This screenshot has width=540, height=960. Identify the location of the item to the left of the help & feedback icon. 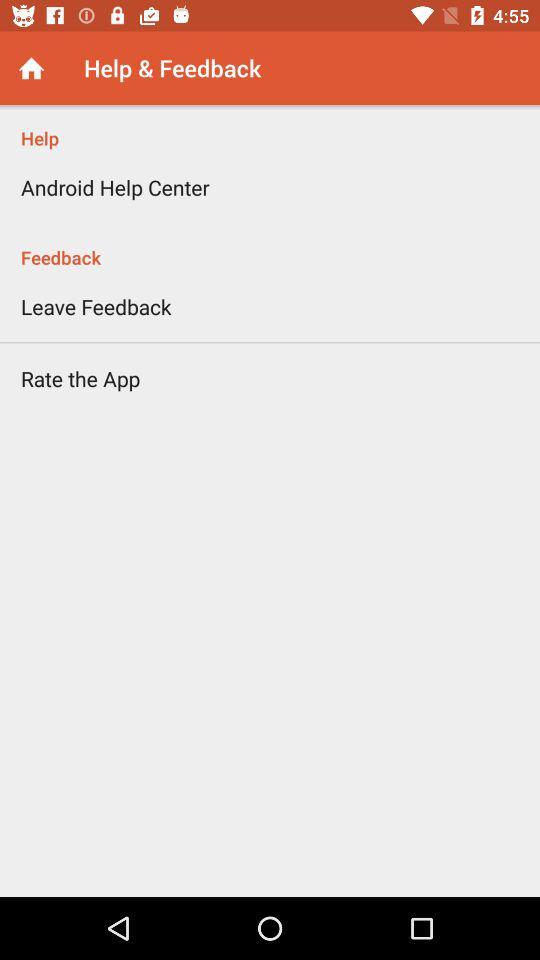
(30, 68).